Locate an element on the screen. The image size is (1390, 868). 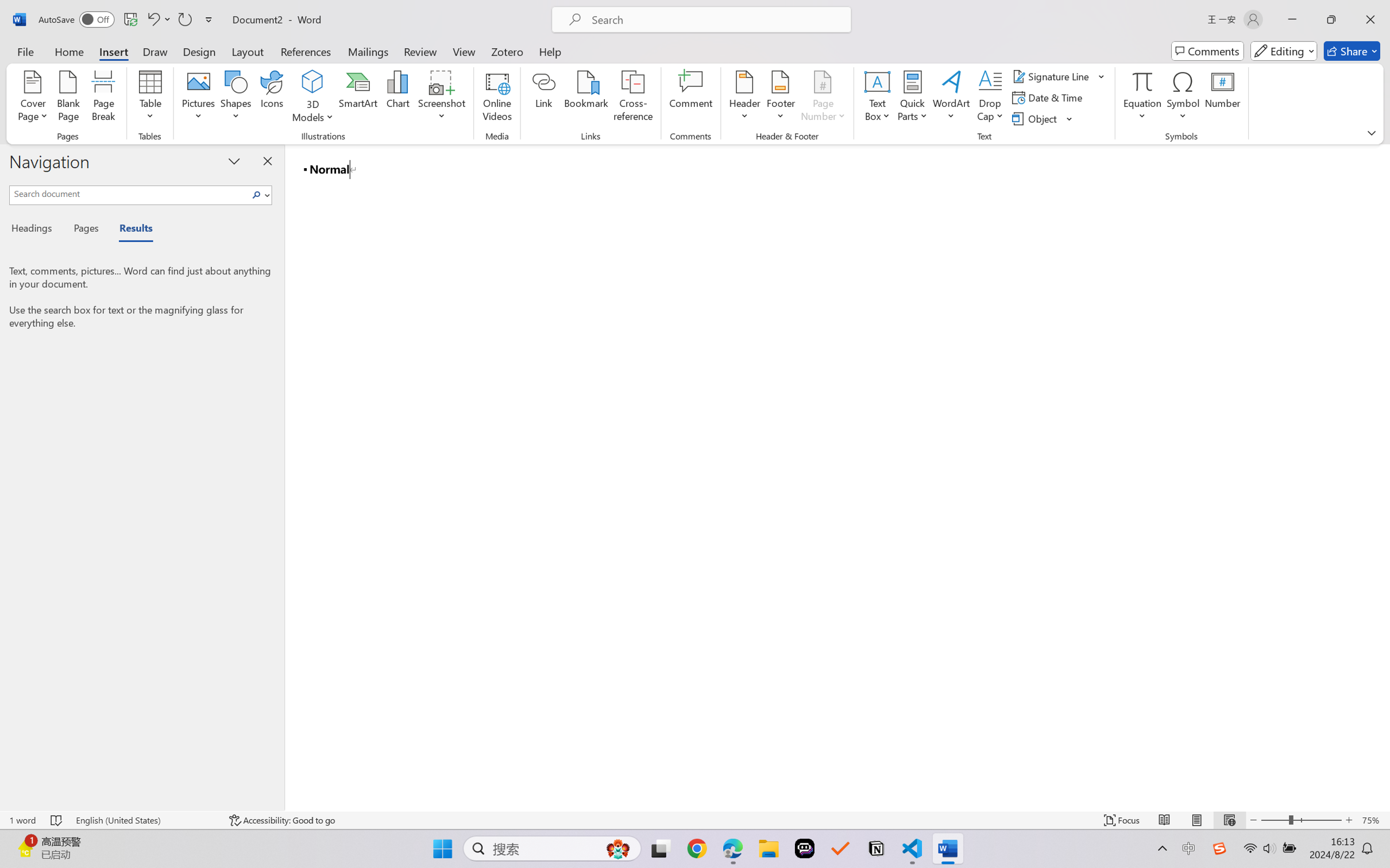
'Undo <ApplyStyleToDoc>b__0' is located at coordinates (152, 19).